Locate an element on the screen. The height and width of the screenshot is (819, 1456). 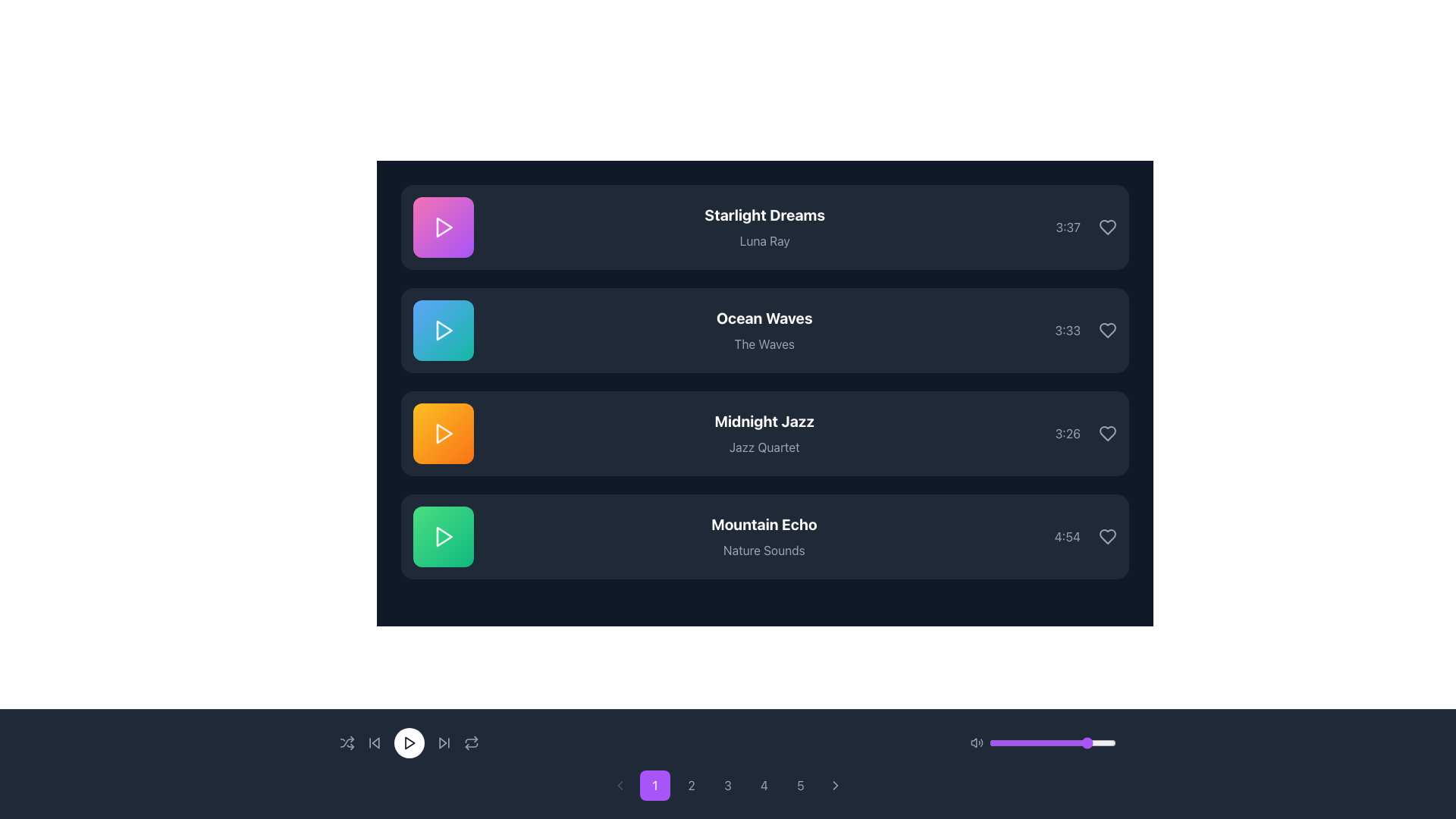
the interactive gray button with a circular arrow icon is located at coordinates (471, 742).